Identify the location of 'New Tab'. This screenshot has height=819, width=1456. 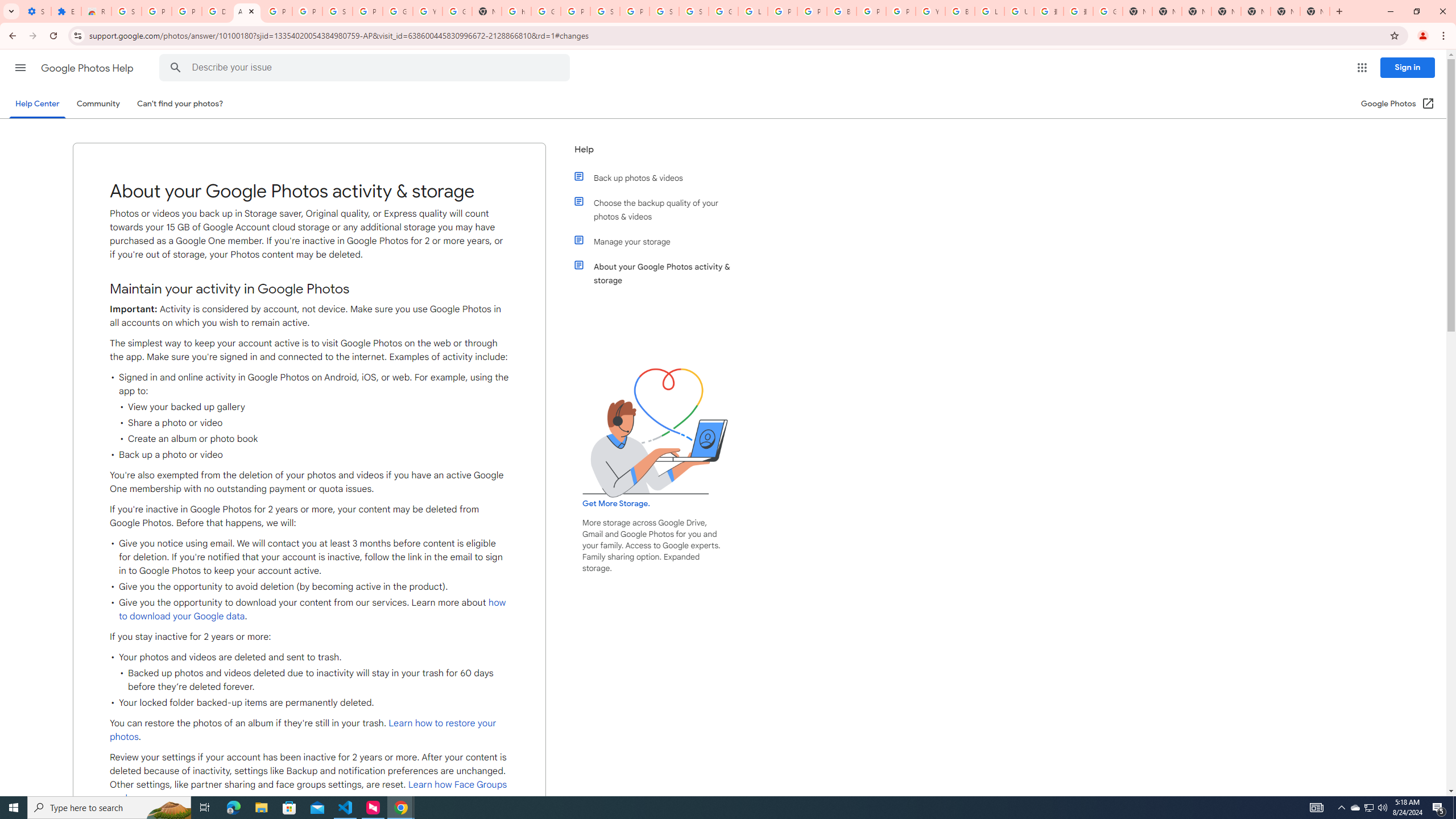
(1226, 11).